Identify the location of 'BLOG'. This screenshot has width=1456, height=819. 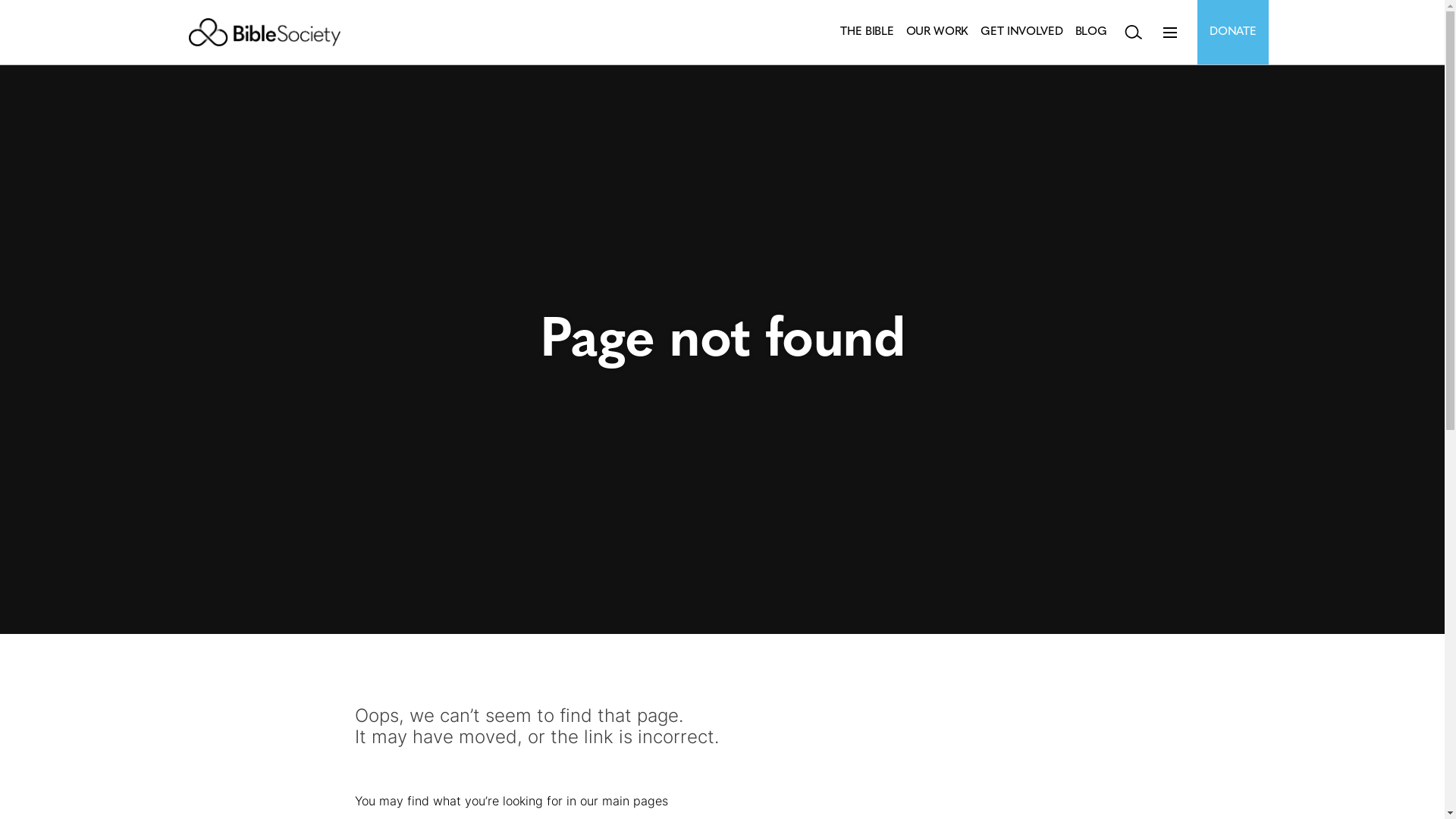
(1090, 32).